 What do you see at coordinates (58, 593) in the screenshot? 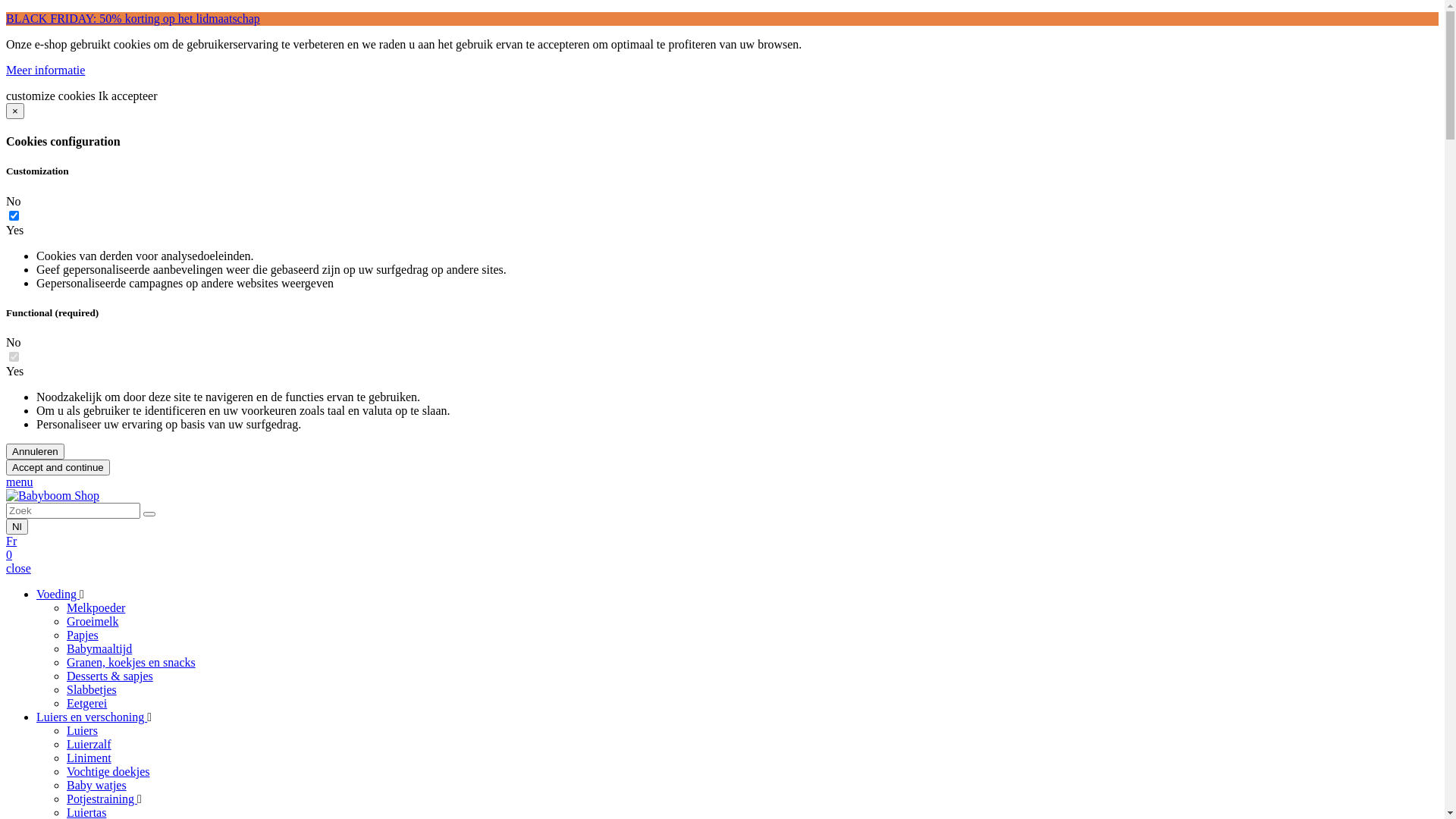
I see `'Voeding'` at bounding box center [58, 593].